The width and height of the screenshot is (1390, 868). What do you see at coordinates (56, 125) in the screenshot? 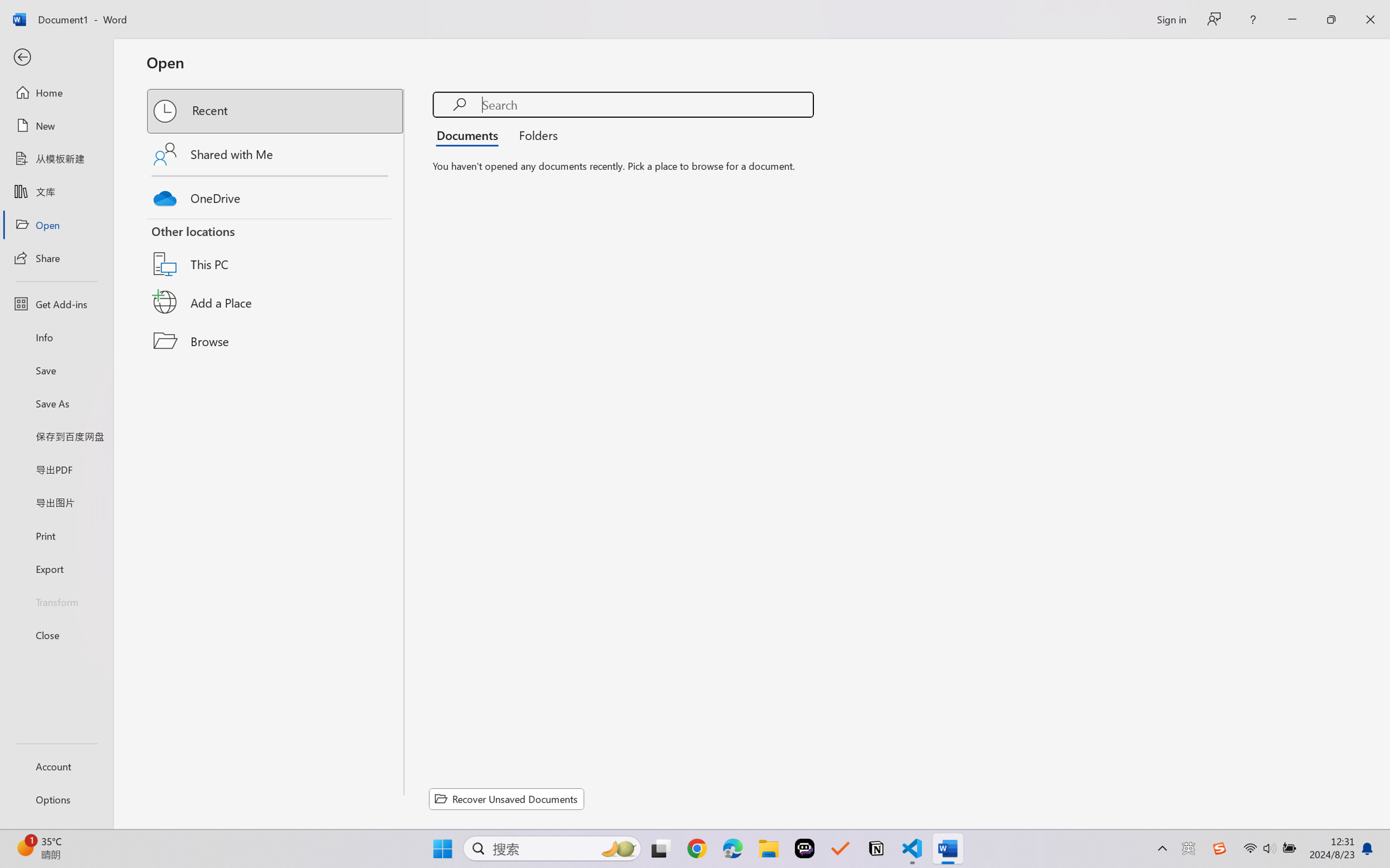
I see `'New'` at bounding box center [56, 125].